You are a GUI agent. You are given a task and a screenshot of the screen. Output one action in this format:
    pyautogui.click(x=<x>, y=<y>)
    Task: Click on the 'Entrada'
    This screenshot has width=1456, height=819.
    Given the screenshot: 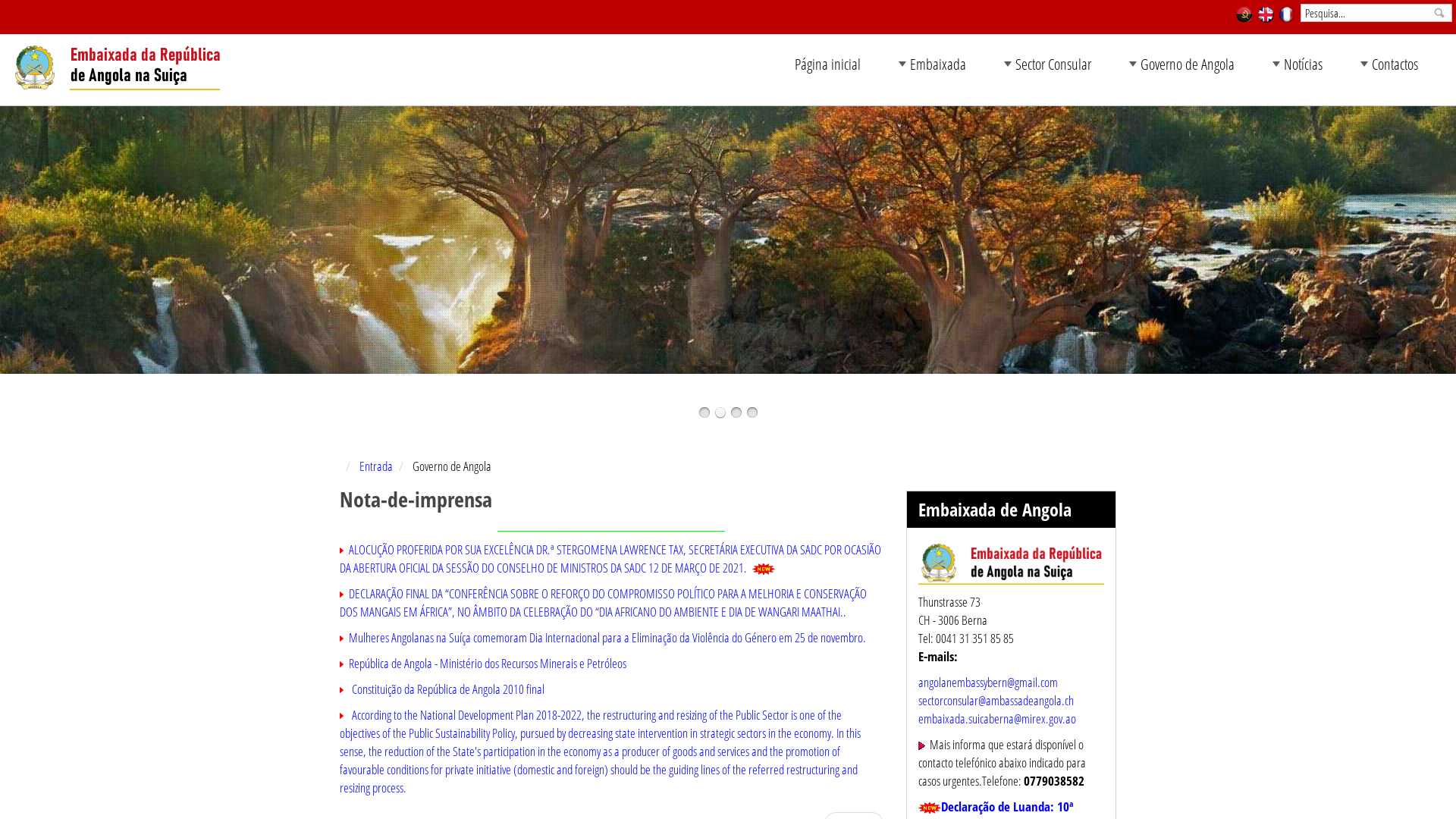 What is the action you would take?
    pyautogui.click(x=359, y=465)
    